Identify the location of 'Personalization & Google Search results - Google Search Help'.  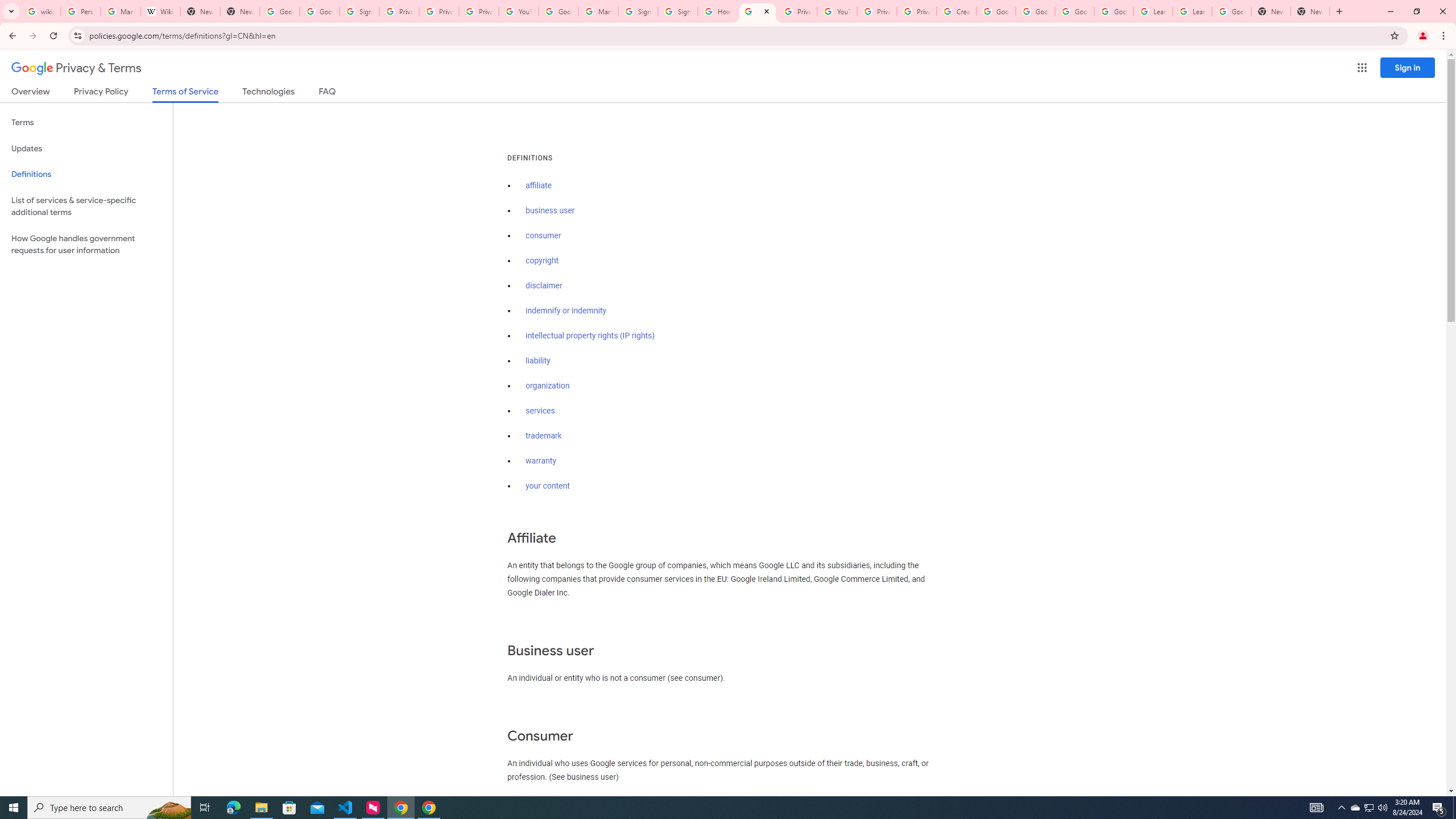
(81, 11).